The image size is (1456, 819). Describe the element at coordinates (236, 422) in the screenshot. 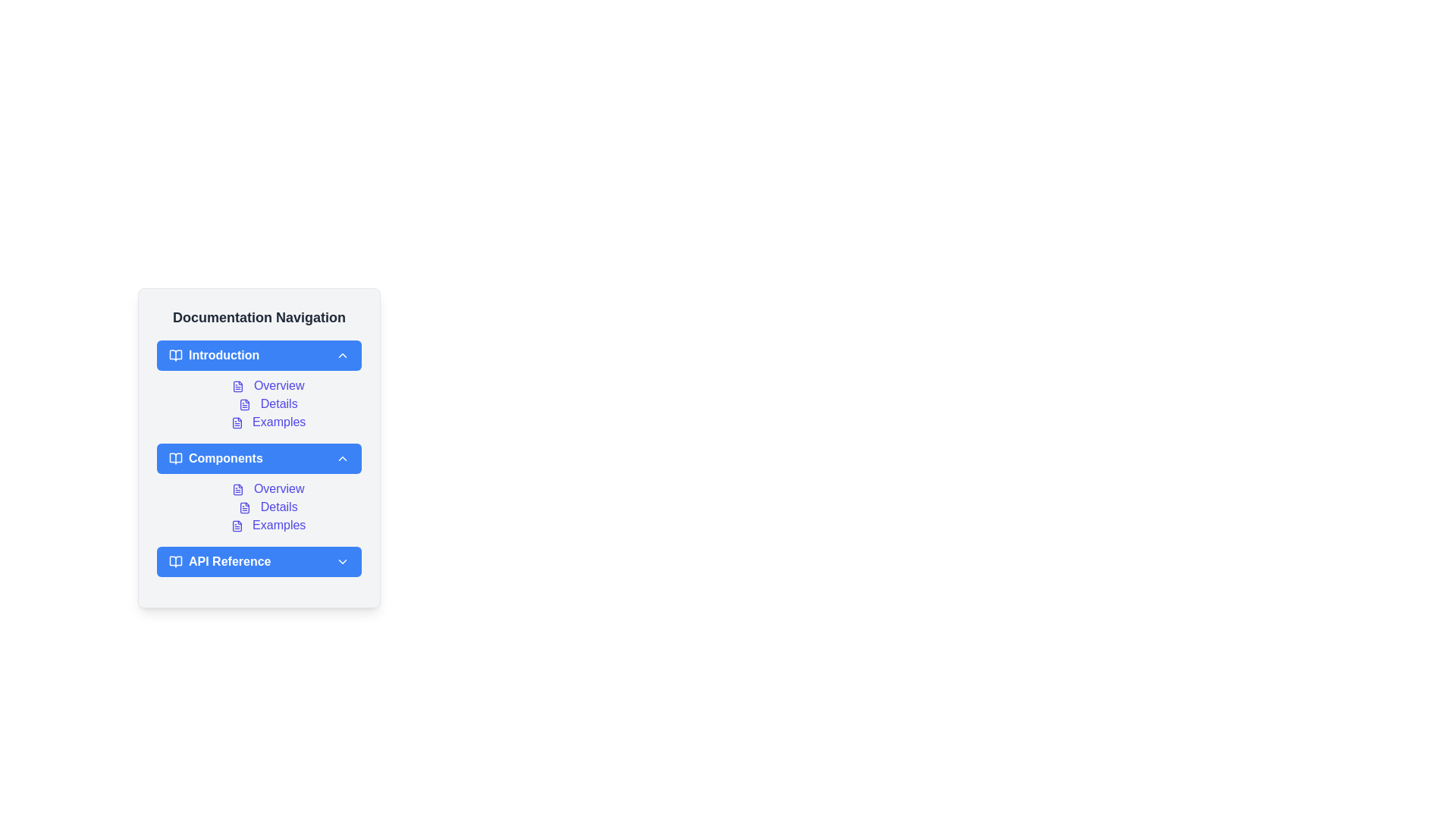

I see `the icon representing a file or document in the 'Documentation Navigation' menu, located in the 'Introduction' section` at that location.